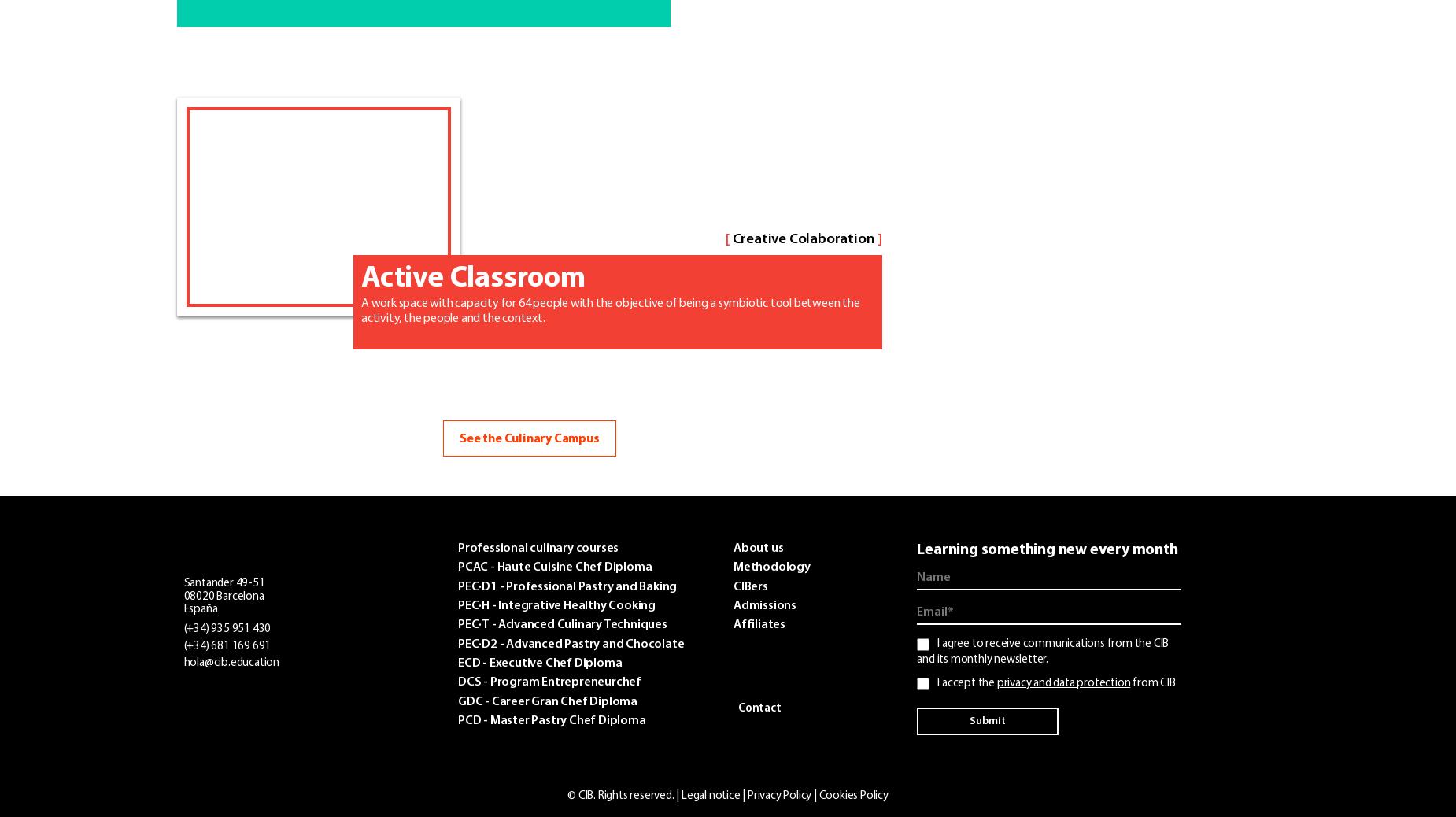 Image resolution: width=1456 pixels, height=817 pixels. I want to click on '[', so click(724, 238).